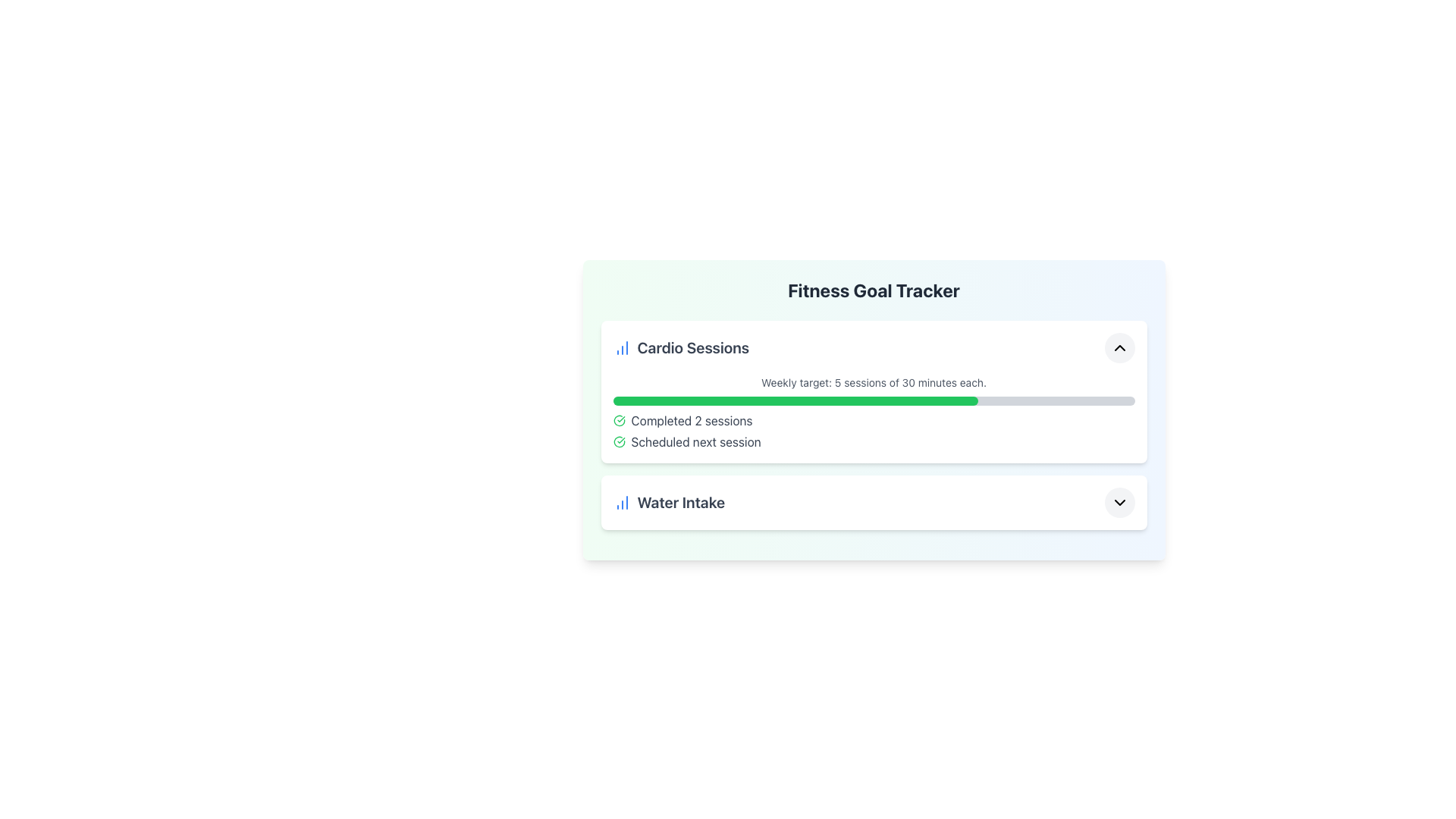 Image resolution: width=1456 pixels, height=819 pixels. I want to click on the upward navigation icon located in the circular button at the top-right area of the 'Cardio Sessions' card, so click(1119, 348).